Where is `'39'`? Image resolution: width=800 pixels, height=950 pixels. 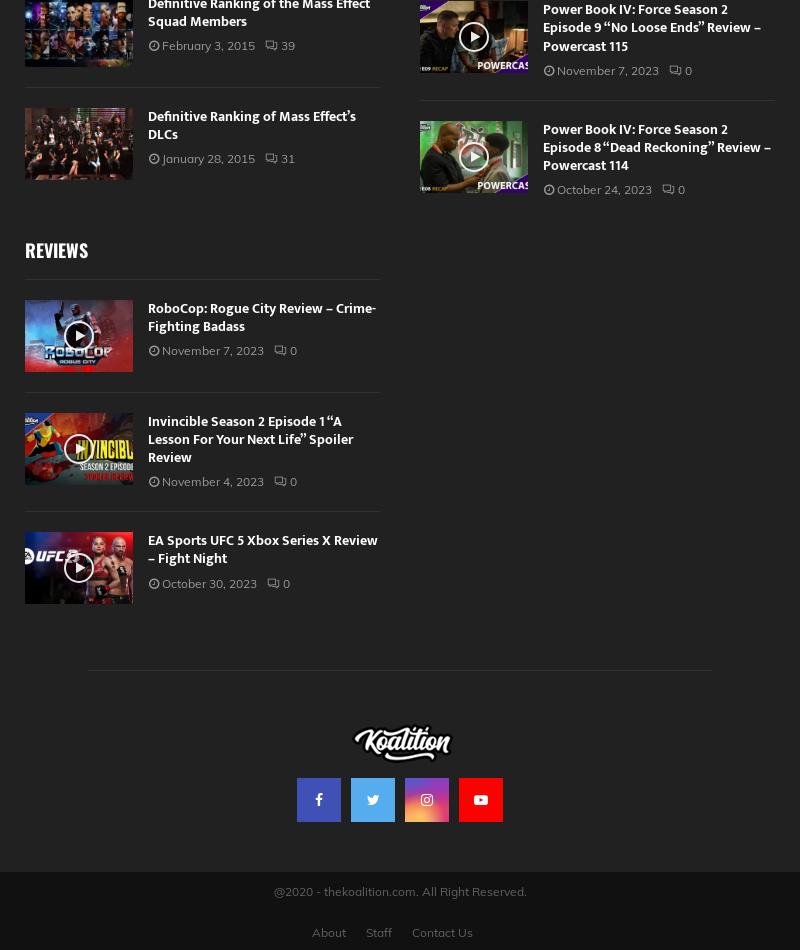 '39' is located at coordinates (288, 44).